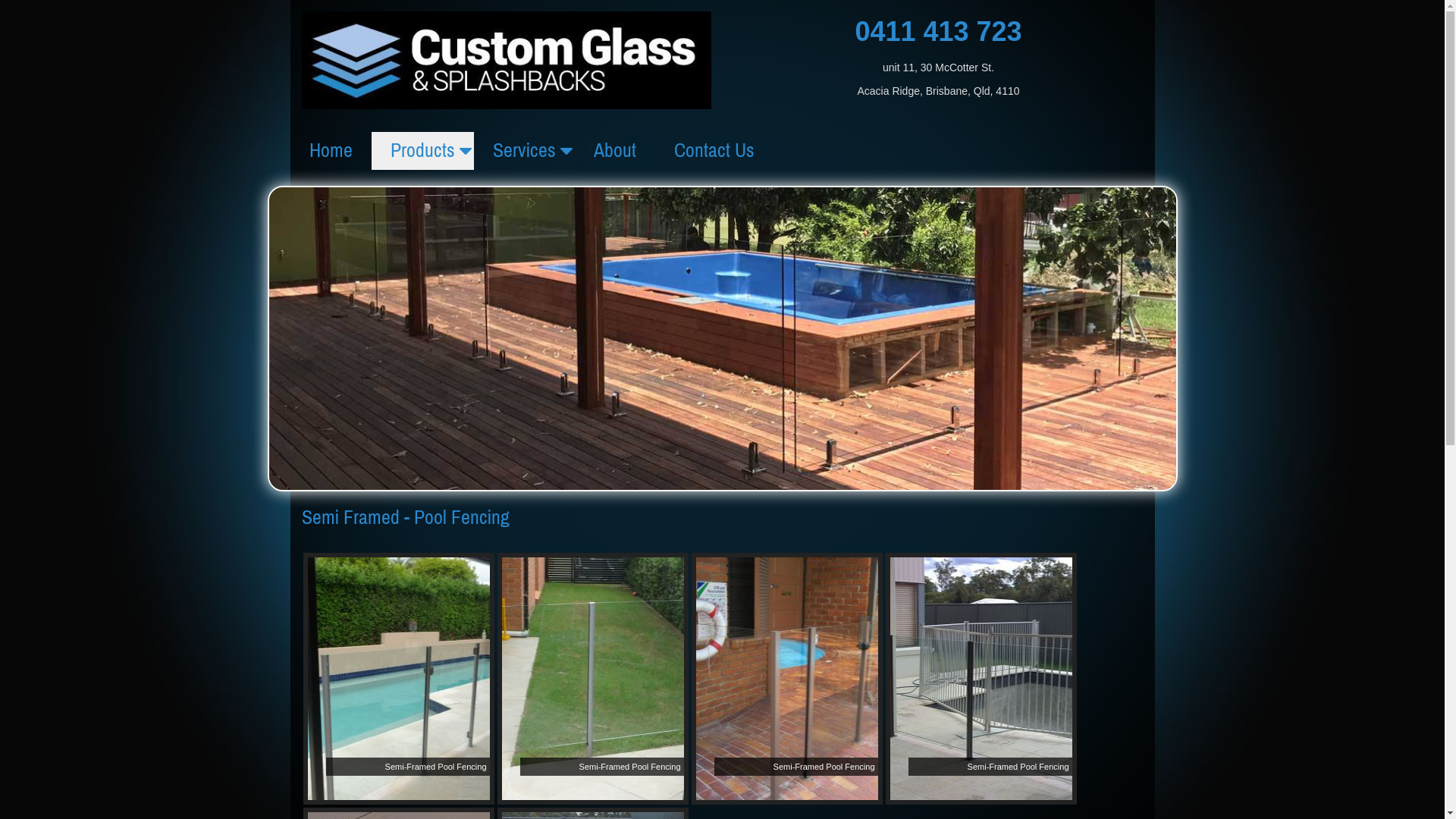  I want to click on 'About', so click(615, 151).